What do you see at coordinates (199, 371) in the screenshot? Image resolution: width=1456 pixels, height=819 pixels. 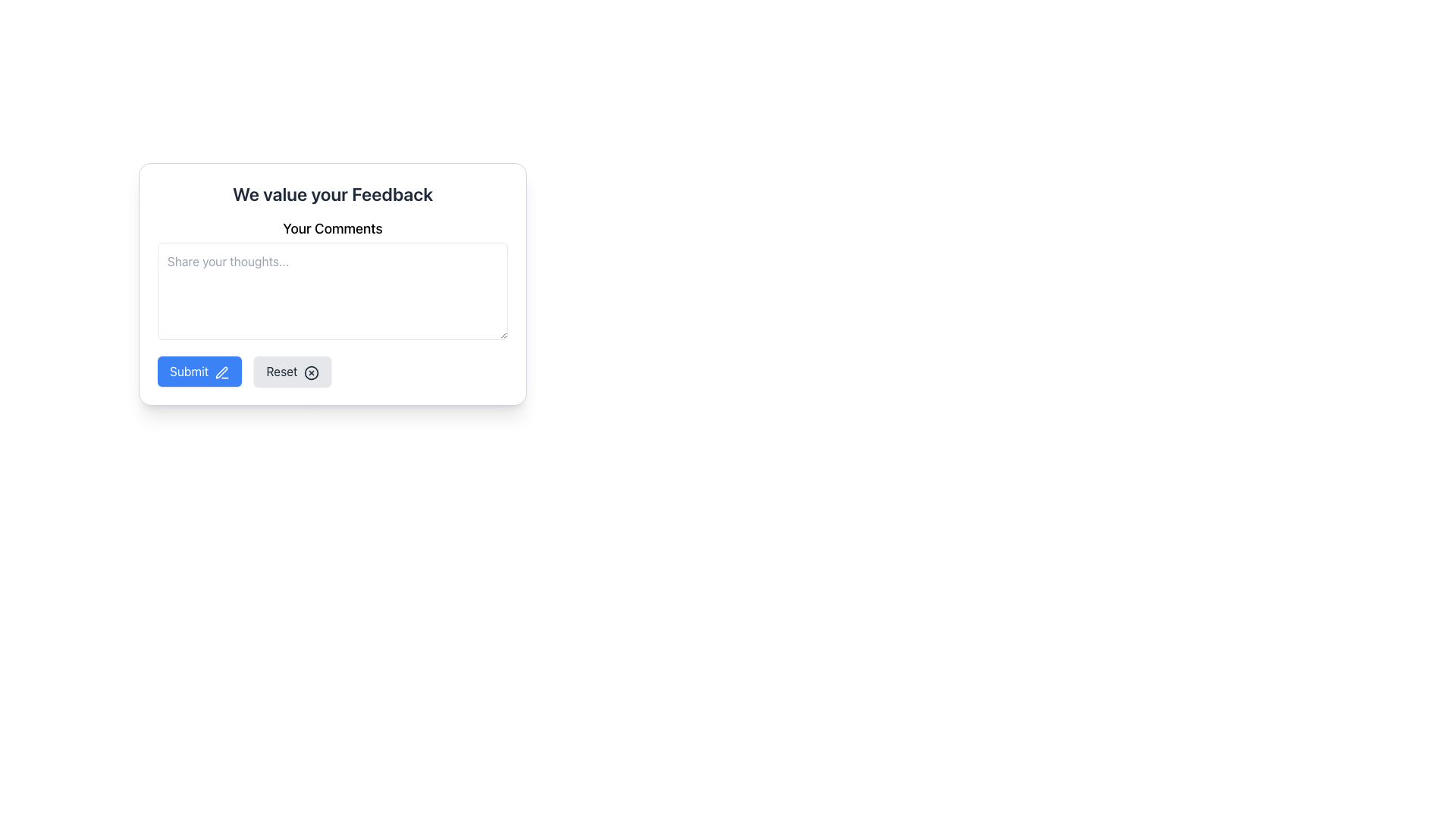 I see `the submit button located on the left side of the Reset button at the bottom of the feedback form` at bounding box center [199, 371].